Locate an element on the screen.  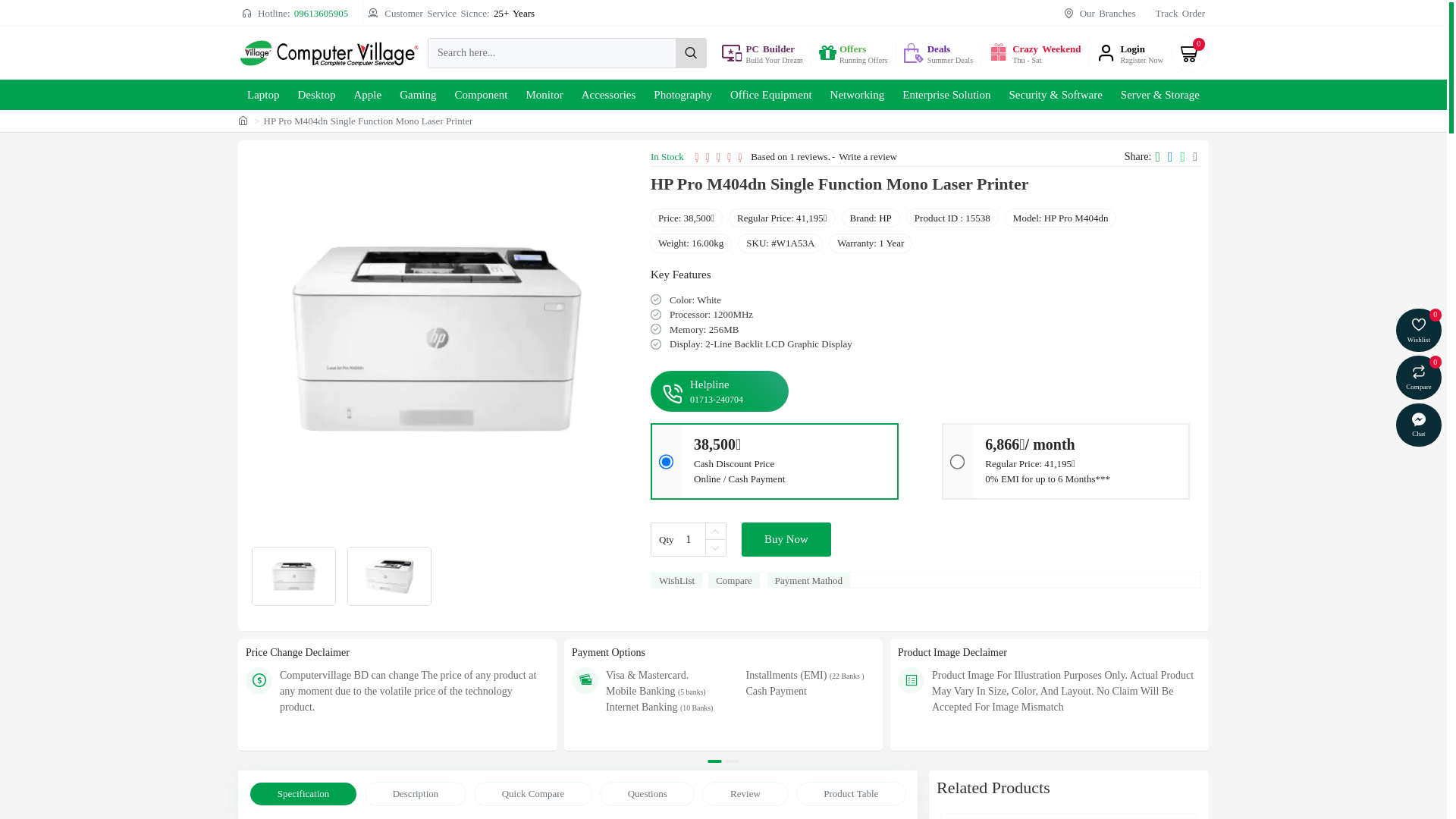
'Customer Service Sicnce: 25+ Years' is located at coordinates (450, 13).